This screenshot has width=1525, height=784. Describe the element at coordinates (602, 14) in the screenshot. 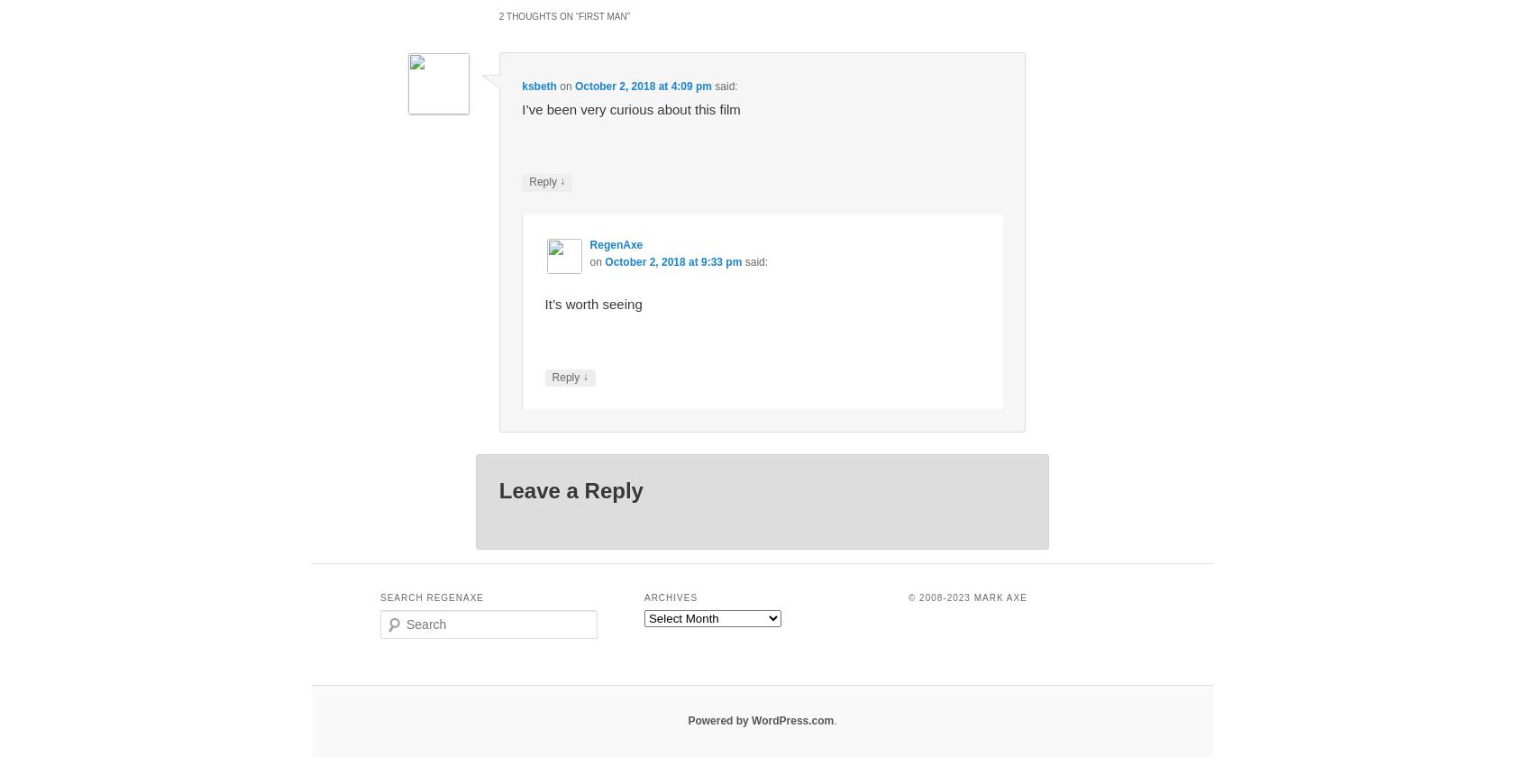

I see `'First Man'` at that location.